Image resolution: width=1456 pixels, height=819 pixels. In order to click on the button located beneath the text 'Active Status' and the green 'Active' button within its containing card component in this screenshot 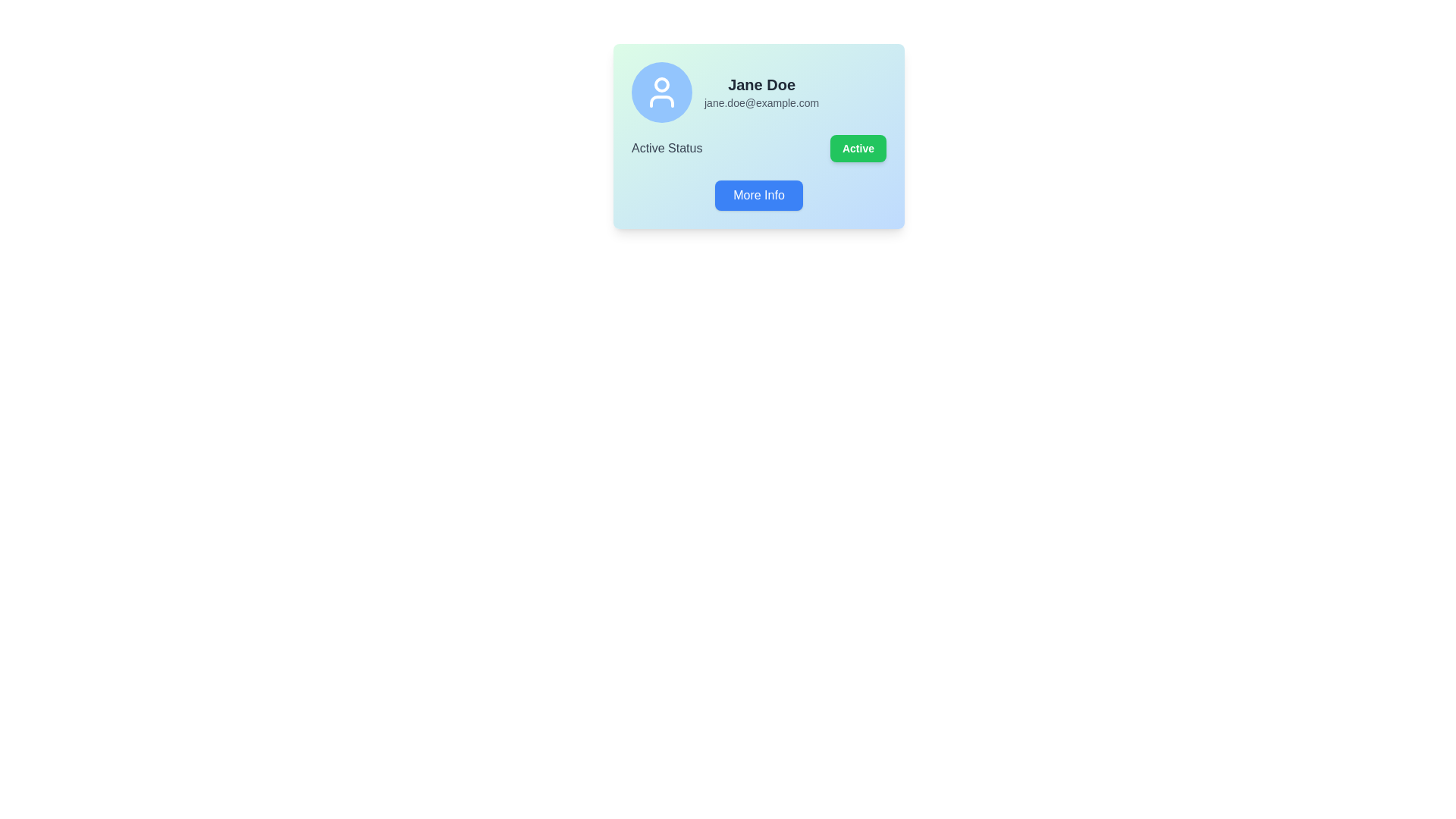, I will do `click(759, 195)`.